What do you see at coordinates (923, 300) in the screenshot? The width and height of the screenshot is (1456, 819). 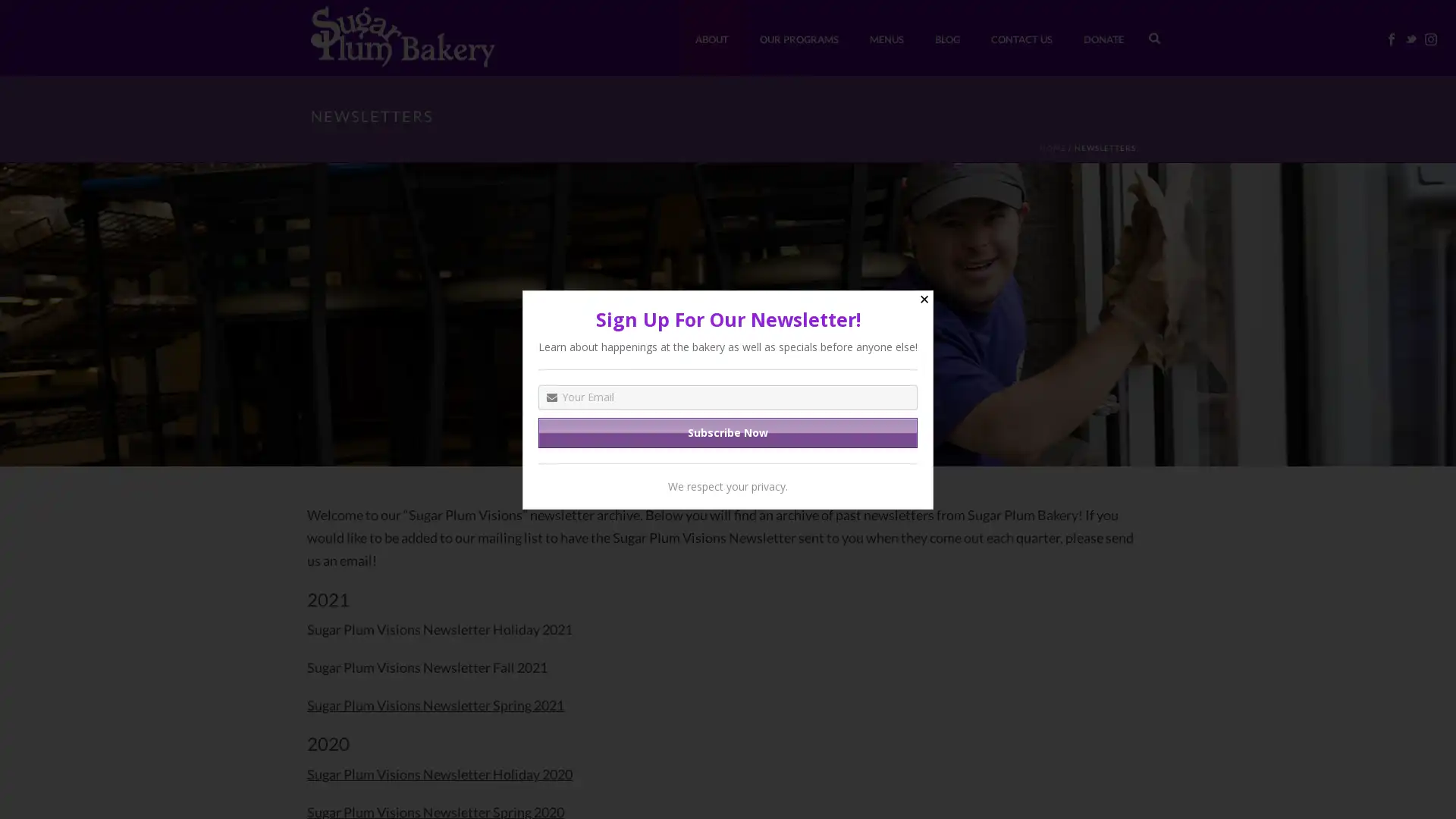 I see `Close` at bounding box center [923, 300].